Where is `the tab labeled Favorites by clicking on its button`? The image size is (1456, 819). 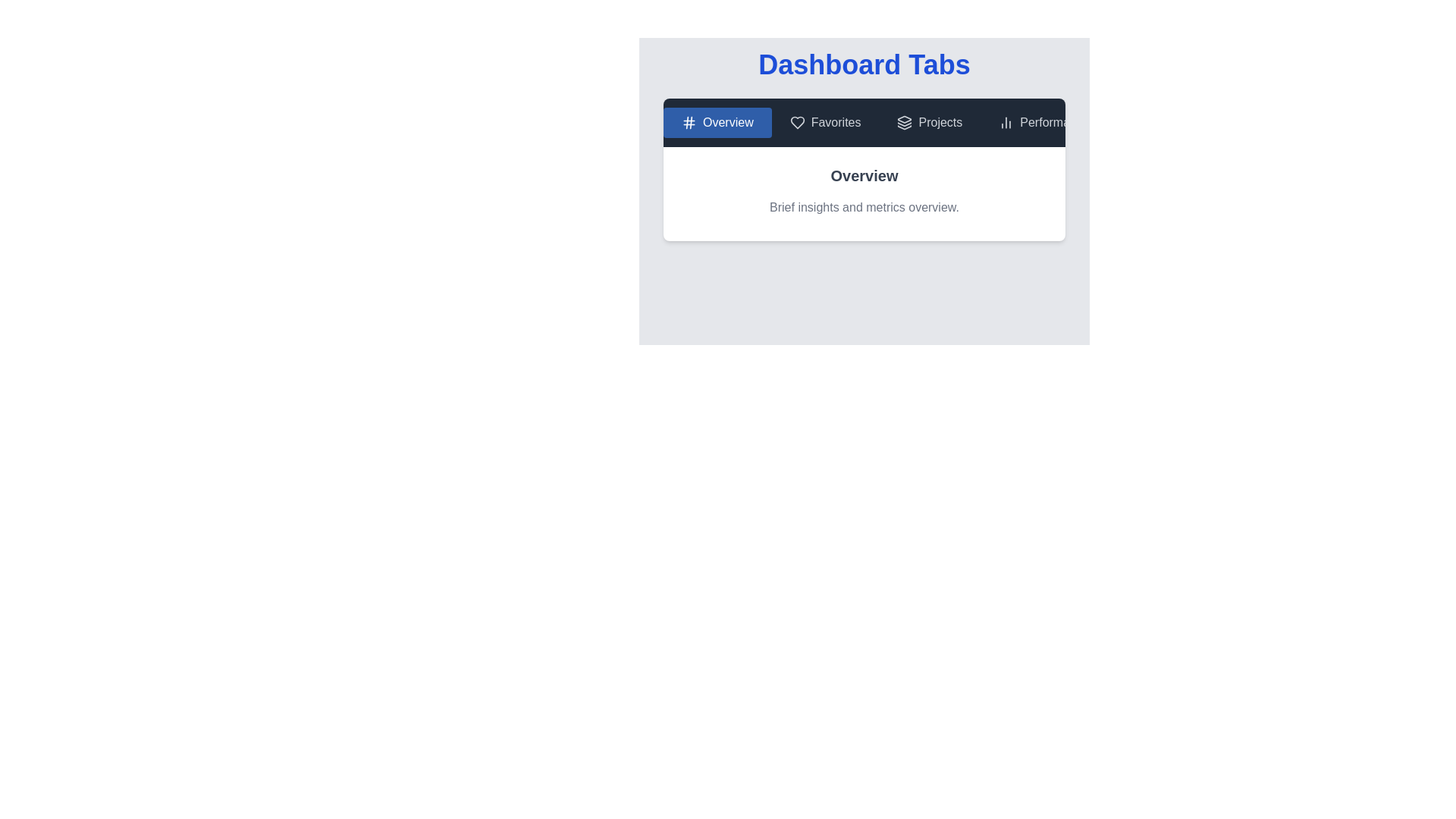 the tab labeled Favorites by clicking on its button is located at coordinates (824, 122).